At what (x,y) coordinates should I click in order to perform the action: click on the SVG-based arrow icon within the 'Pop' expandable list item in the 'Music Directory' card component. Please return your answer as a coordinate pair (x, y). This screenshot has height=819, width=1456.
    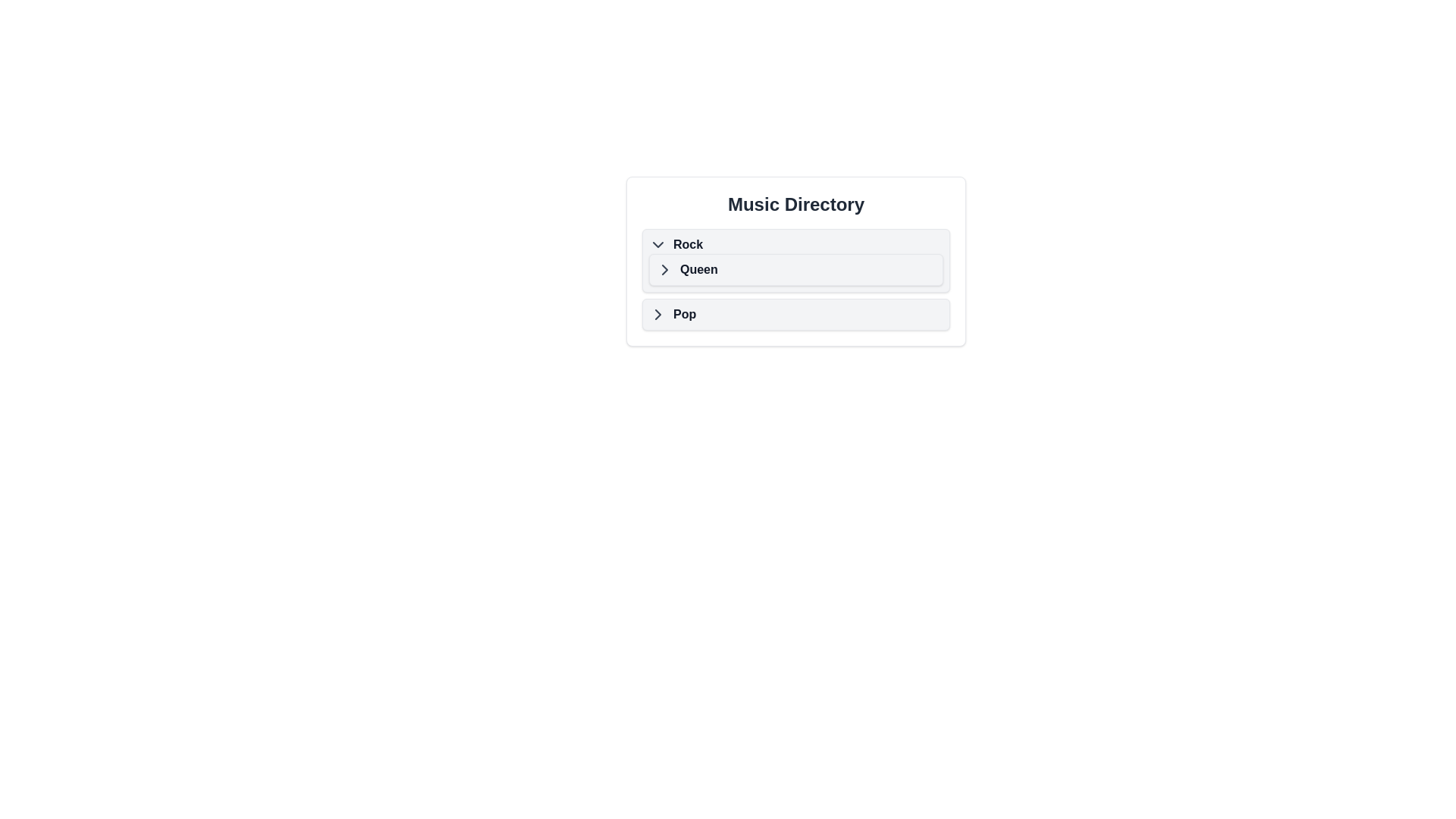
    Looking at the image, I should click on (658, 314).